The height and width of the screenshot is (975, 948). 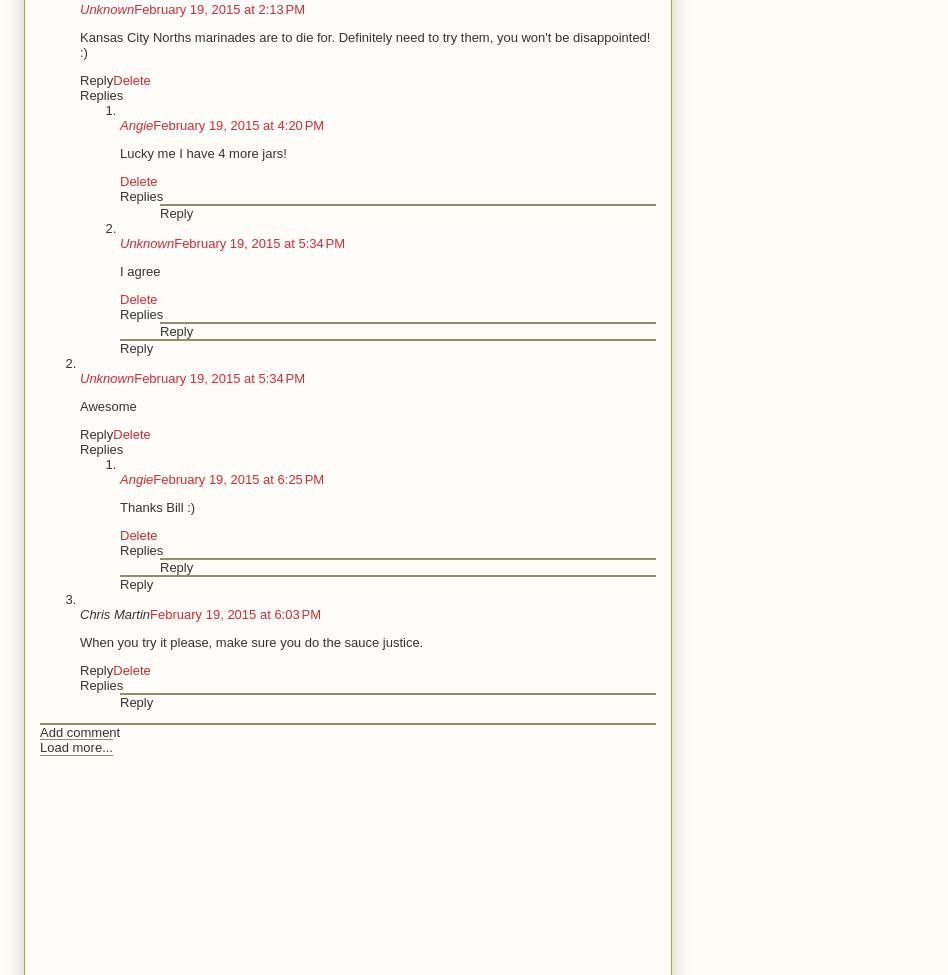 I want to click on 'February 19, 2015 at 6:03 PM', so click(x=234, y=614).